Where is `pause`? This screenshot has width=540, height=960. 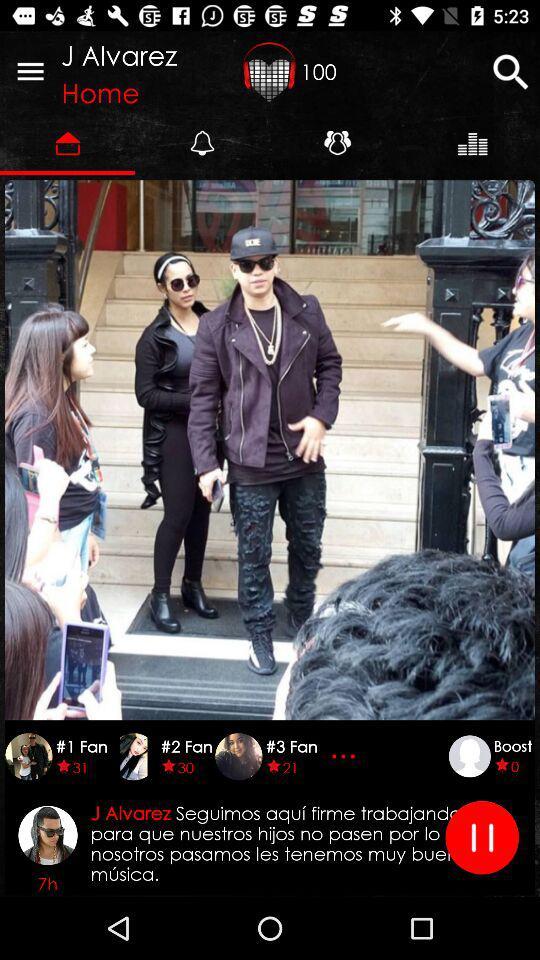
pause is located at coordinates (481, 837).